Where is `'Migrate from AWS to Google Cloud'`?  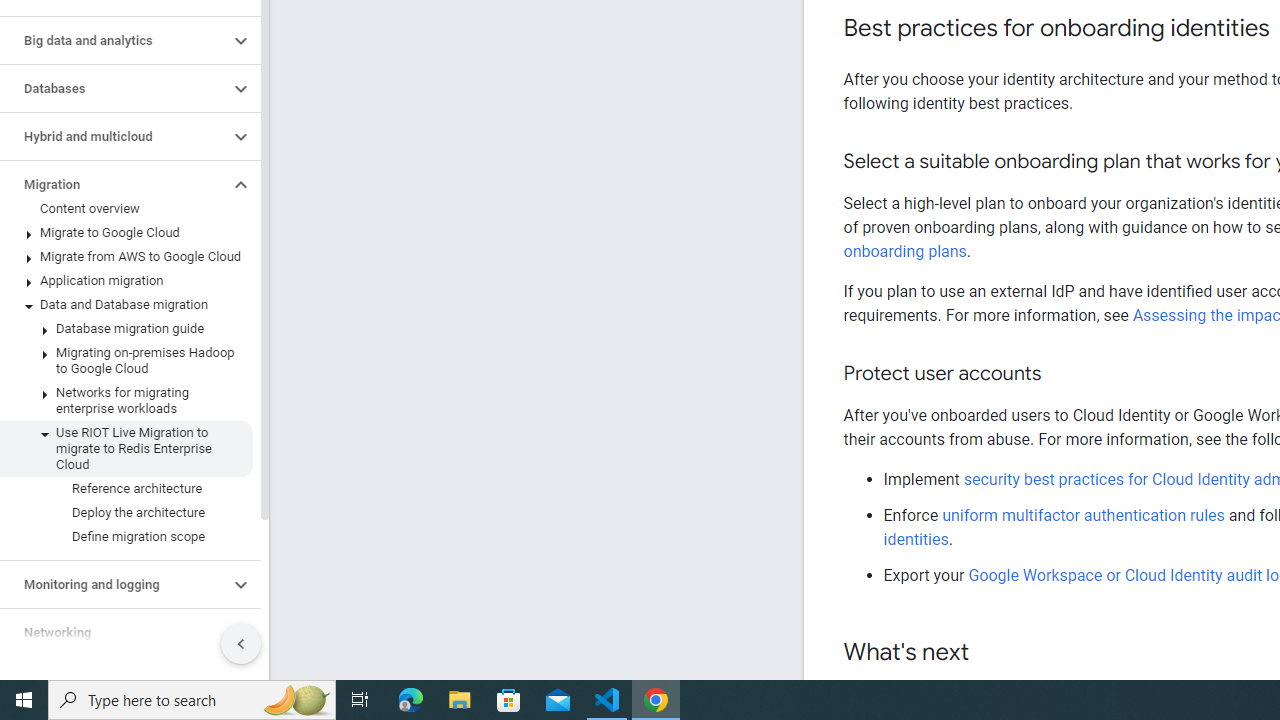 'Migrate from AWS to Google Cloud' is located at coordinates (125, 256).